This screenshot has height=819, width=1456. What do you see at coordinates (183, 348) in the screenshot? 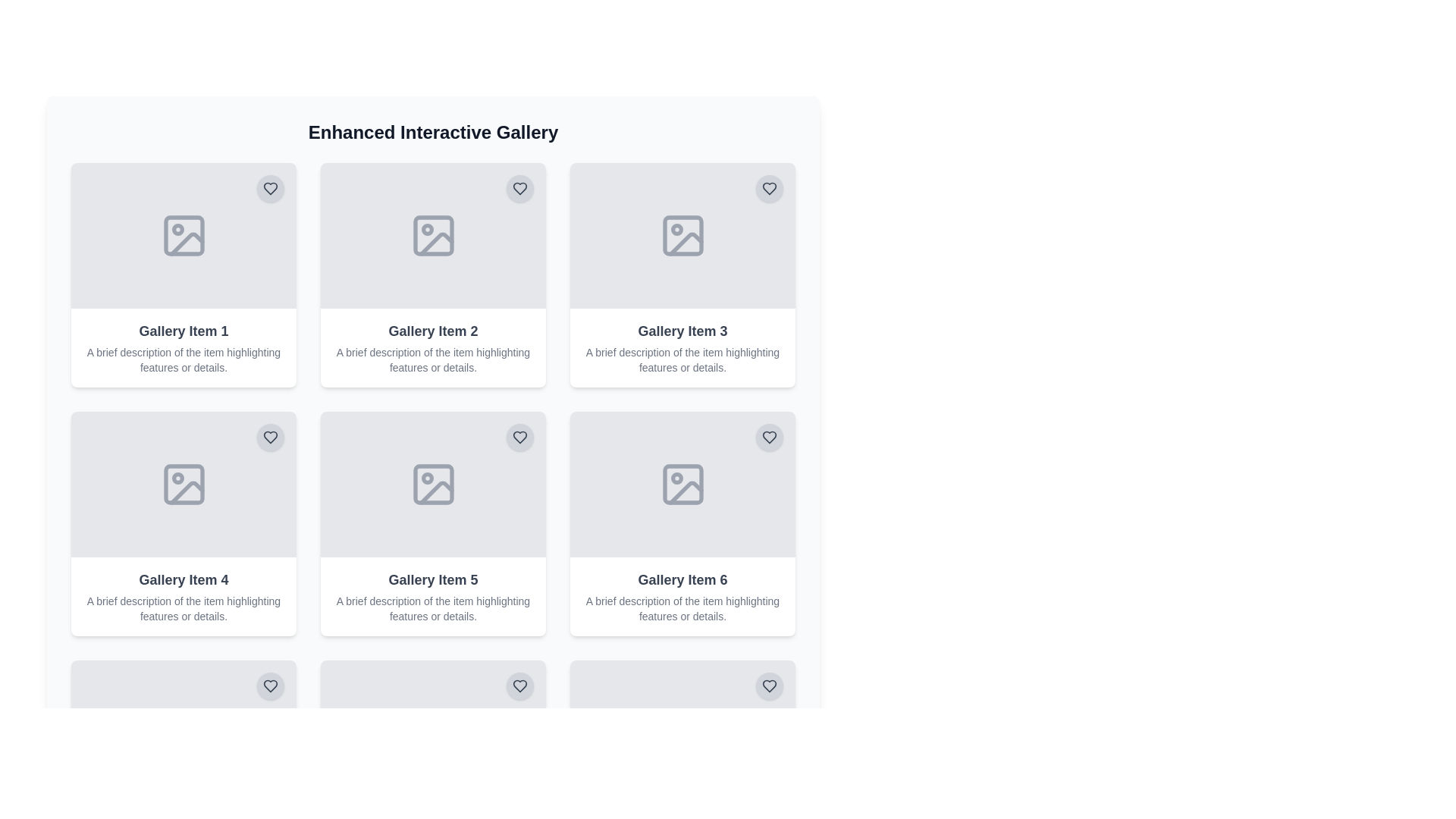
I see `the text block that contains the bold title 'Gallery Item 1' and its description in a three-column gallery layout` at bounding box center [183, 348].